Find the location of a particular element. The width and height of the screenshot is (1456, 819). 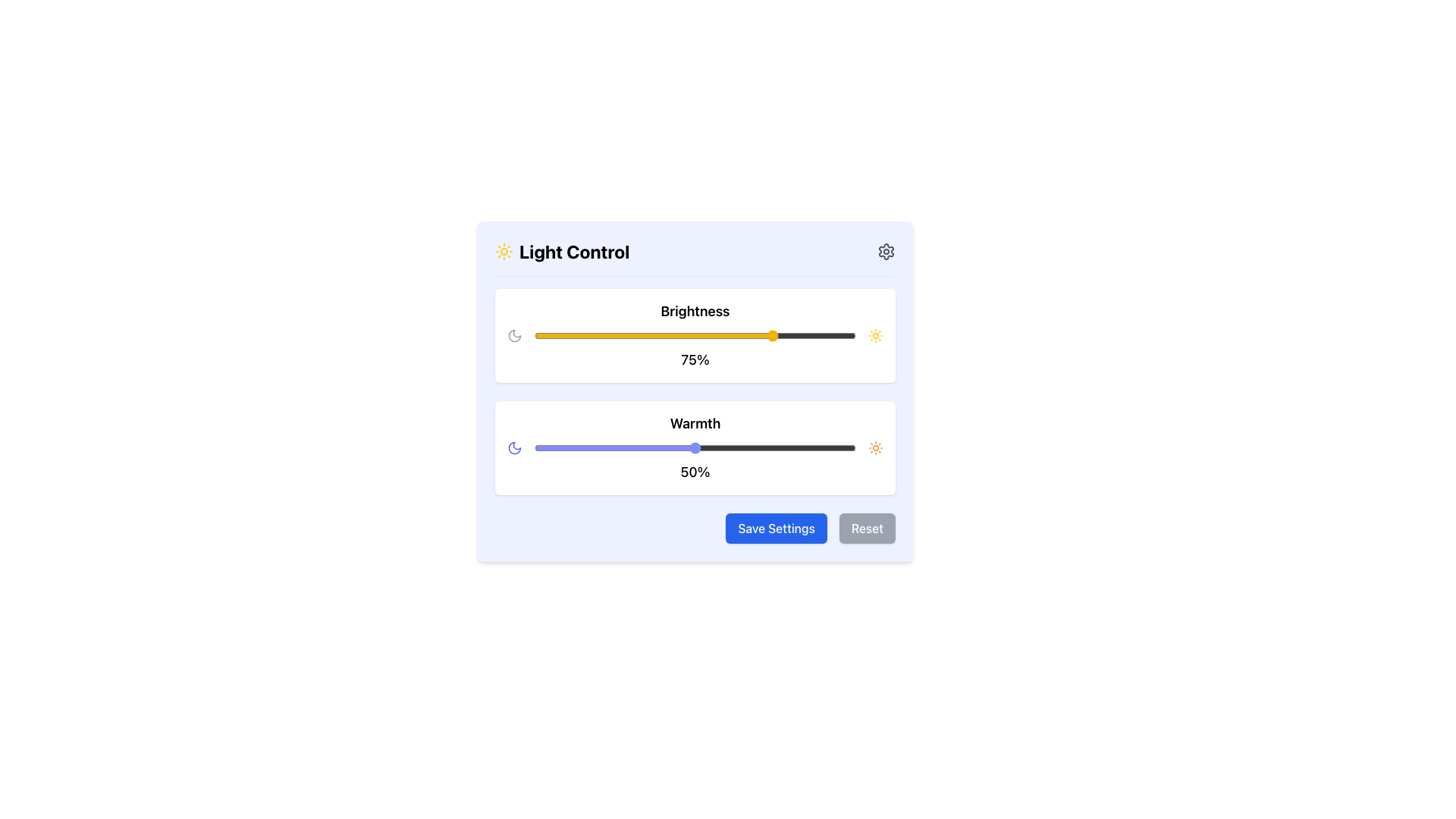

brightness is located at coordinates (775, 335).